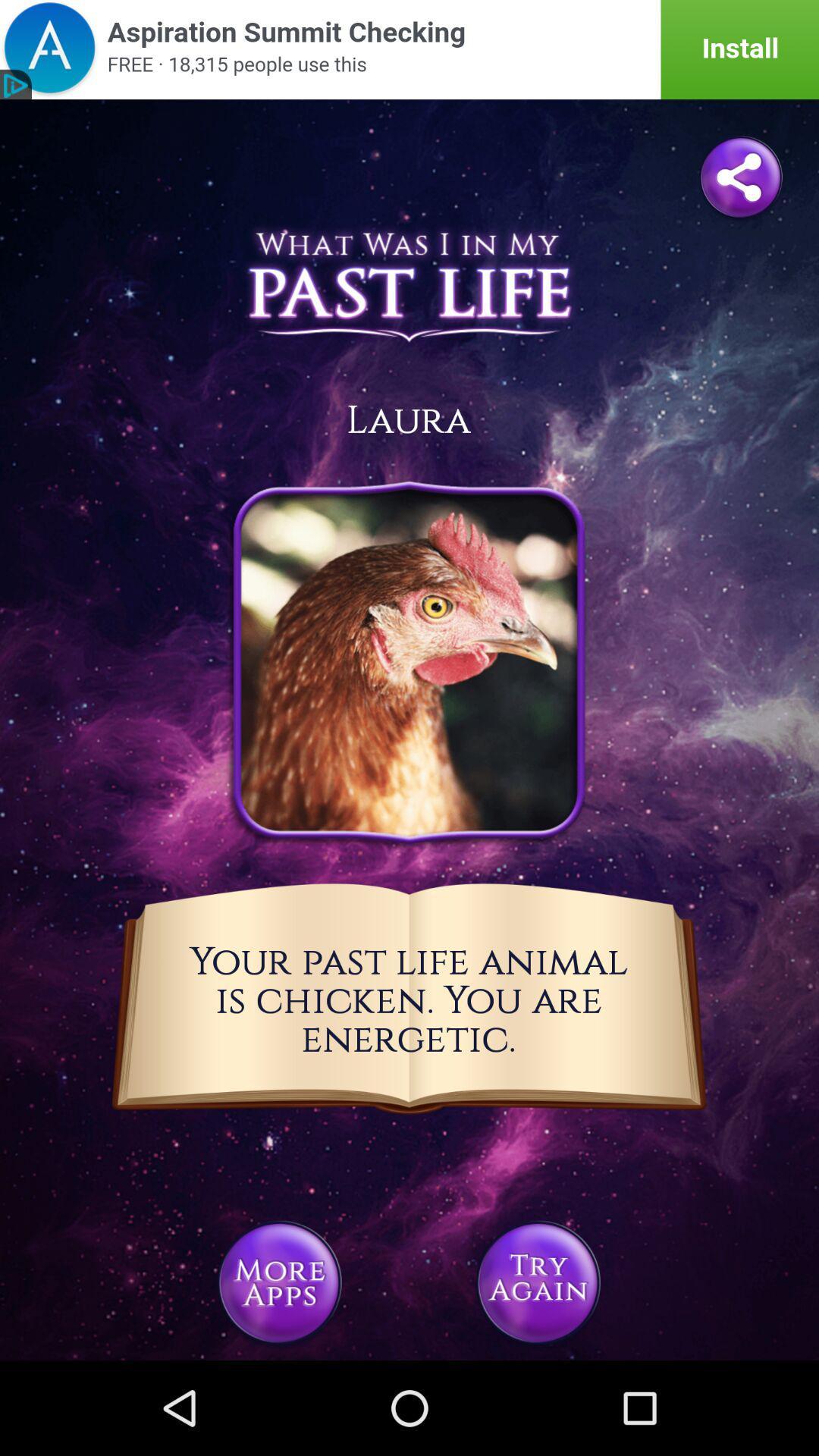 Image resolution: width=819 pixels, height=1456 pixels. Describe the element at coordinates (537, 1282) in the screenshot. I see `try again` at that location.